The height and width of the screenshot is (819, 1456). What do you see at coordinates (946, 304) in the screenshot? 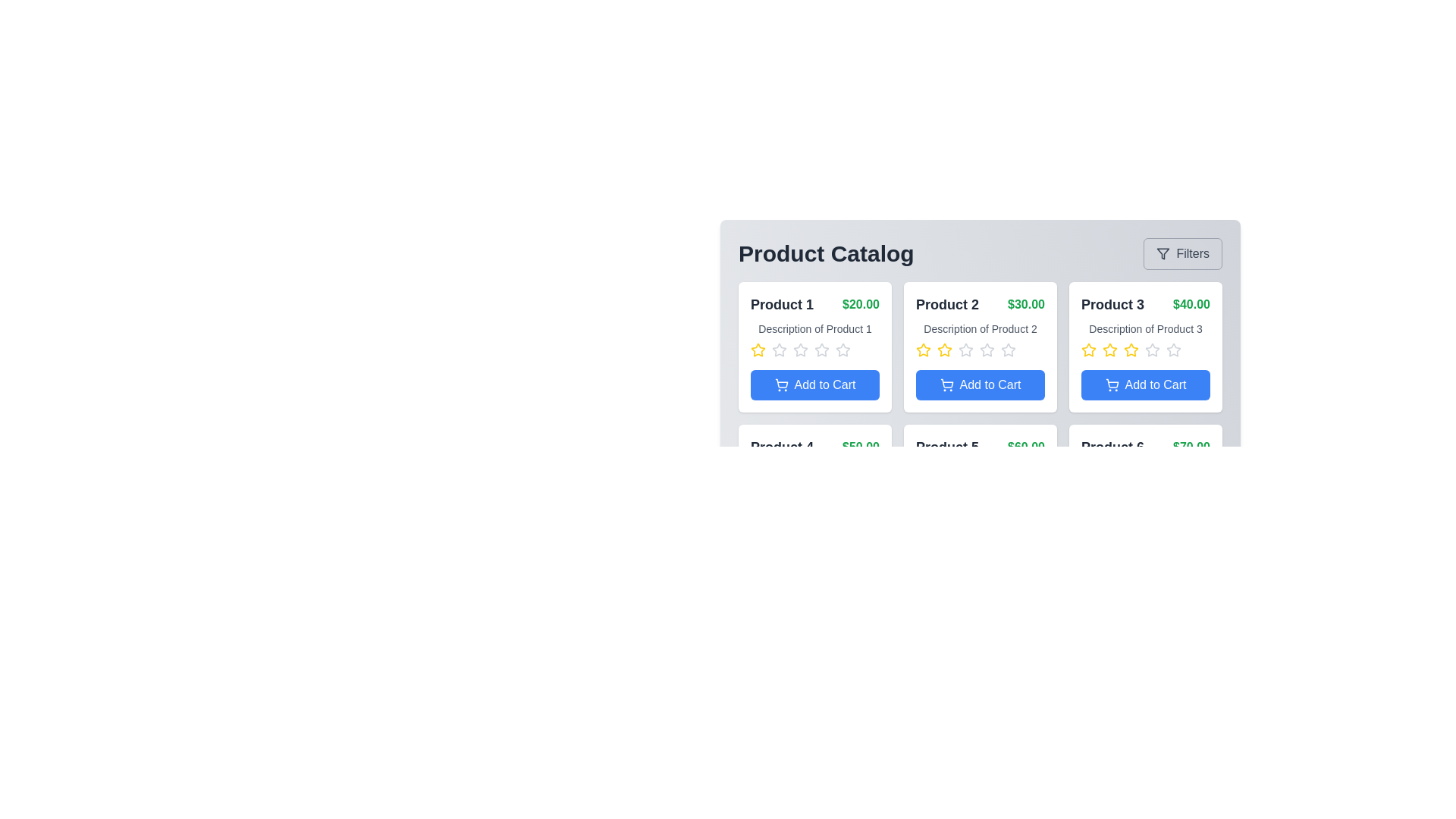
I see `the product name labeled Product 2 to view its details` at bounding box center [946, 304].